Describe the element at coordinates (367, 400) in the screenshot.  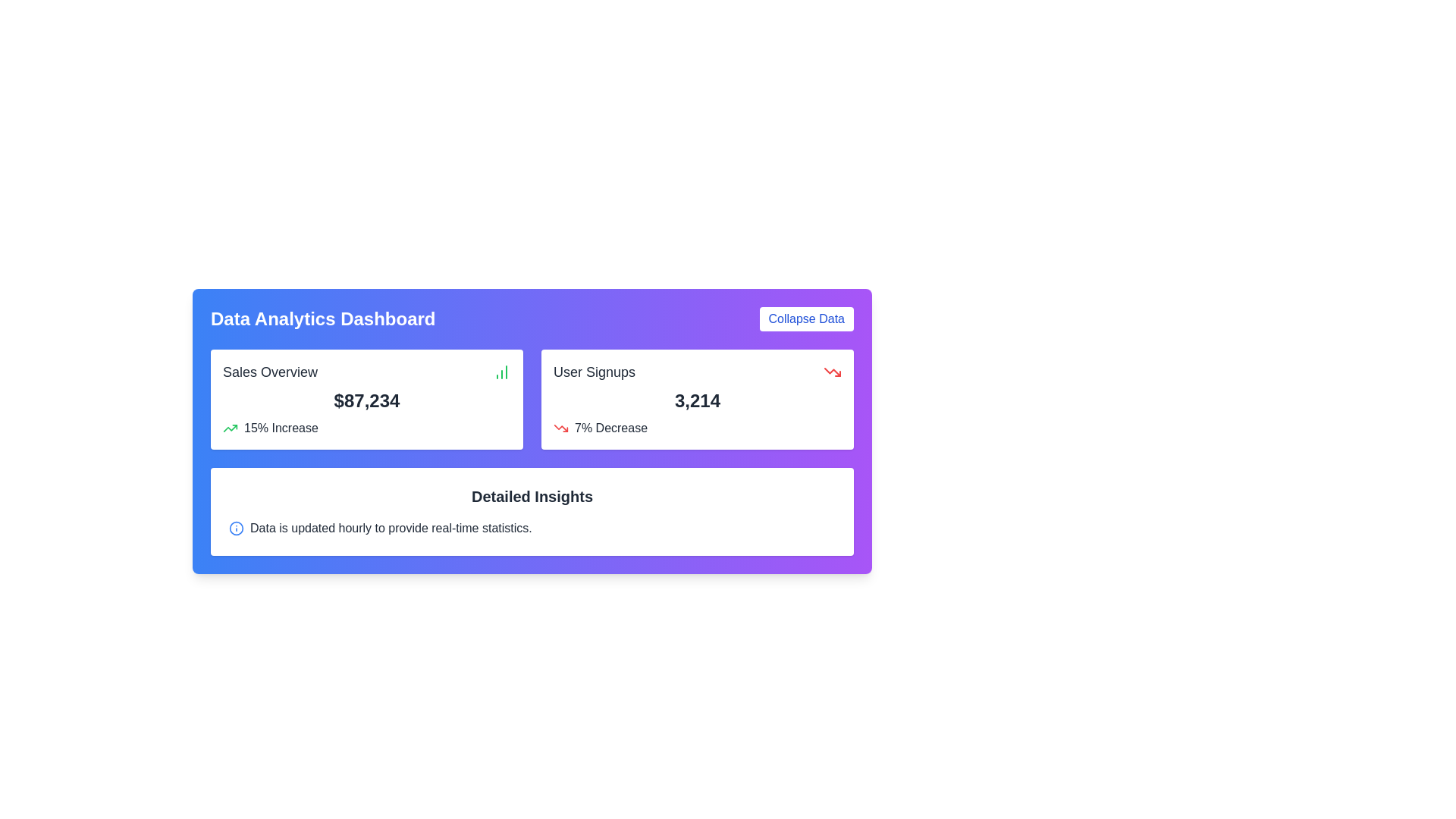
I see `the bold numeric value '$87,234' displayed in the 'Sales Overview' card, located centrally below the section header` at that location.